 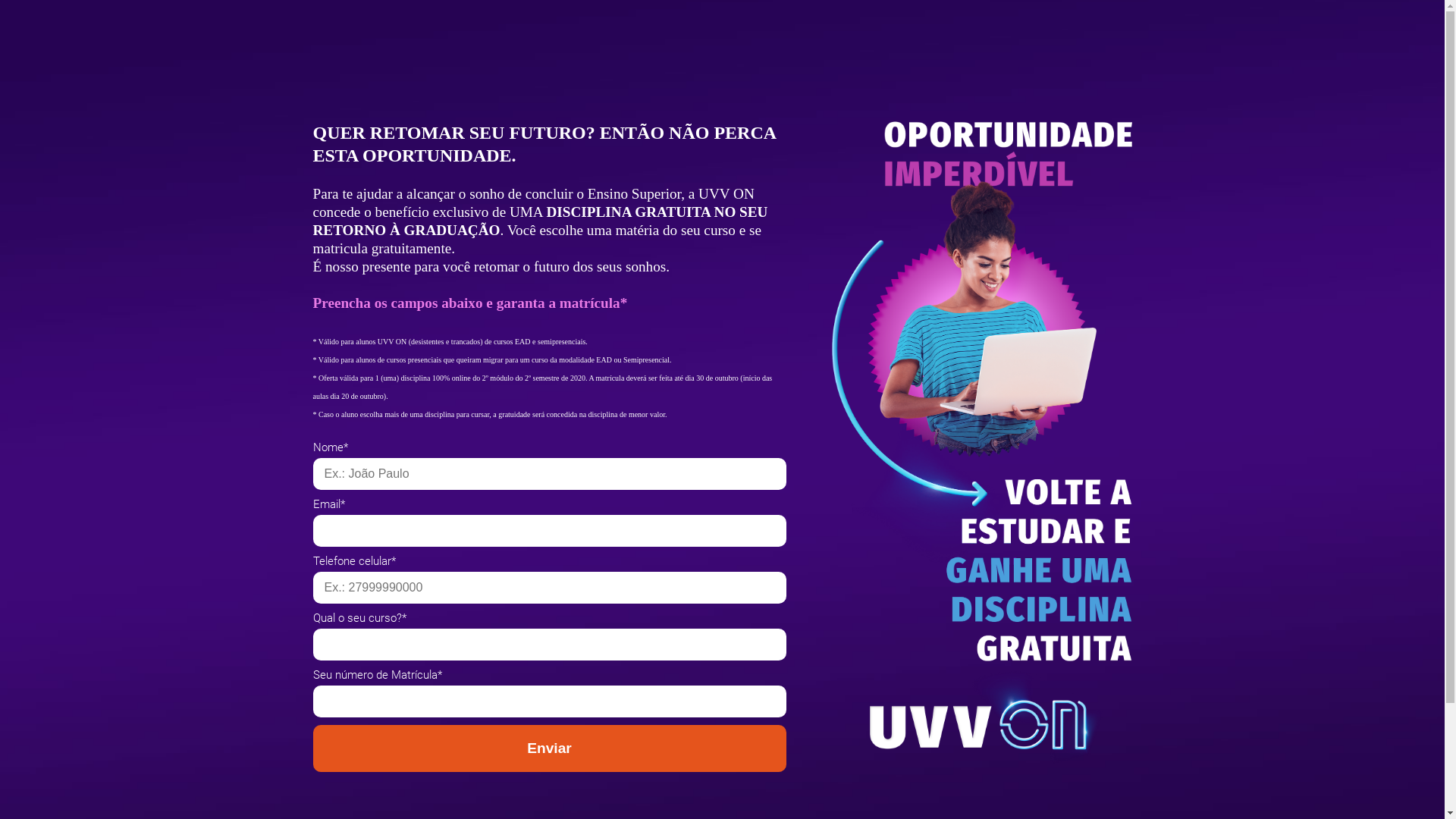 I want to click on 'Enviar', so click(x=548, y=748).